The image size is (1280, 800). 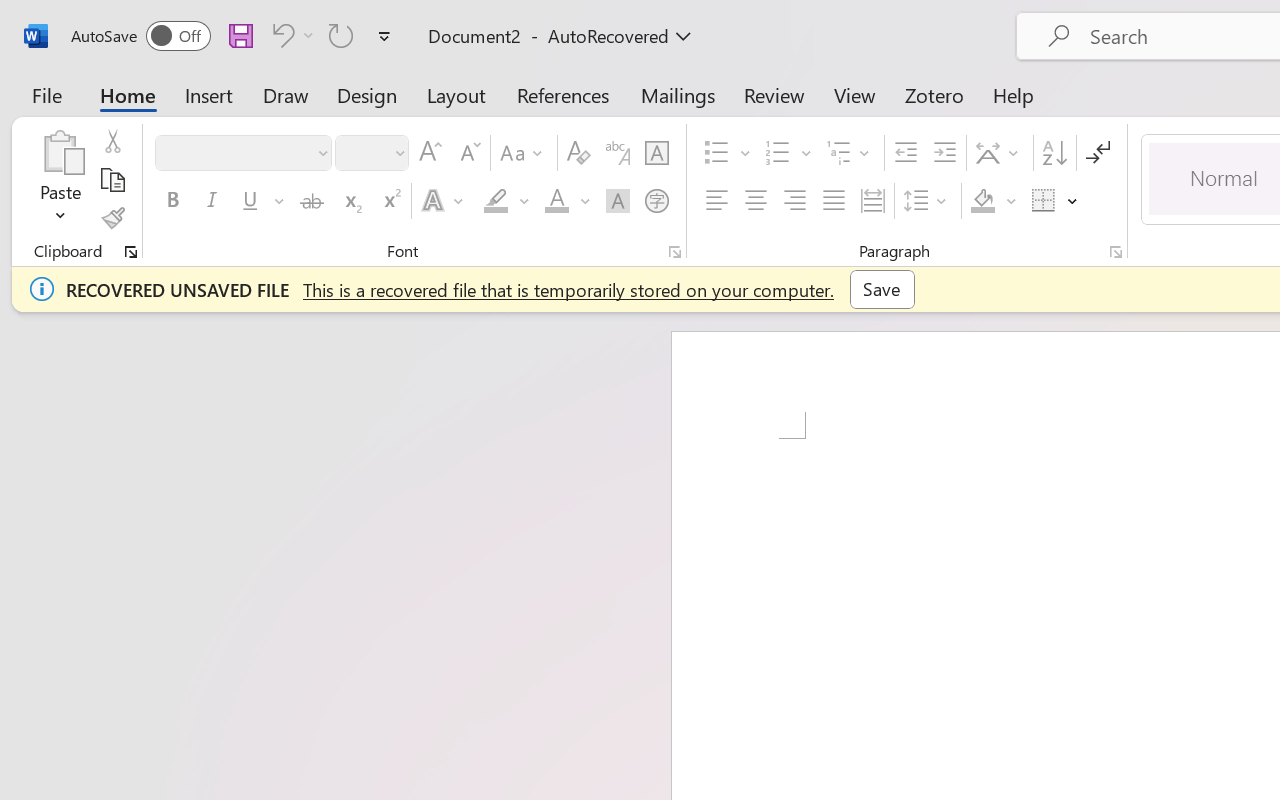 I want to click on 'Sort...', so click(x=1053, y=153).